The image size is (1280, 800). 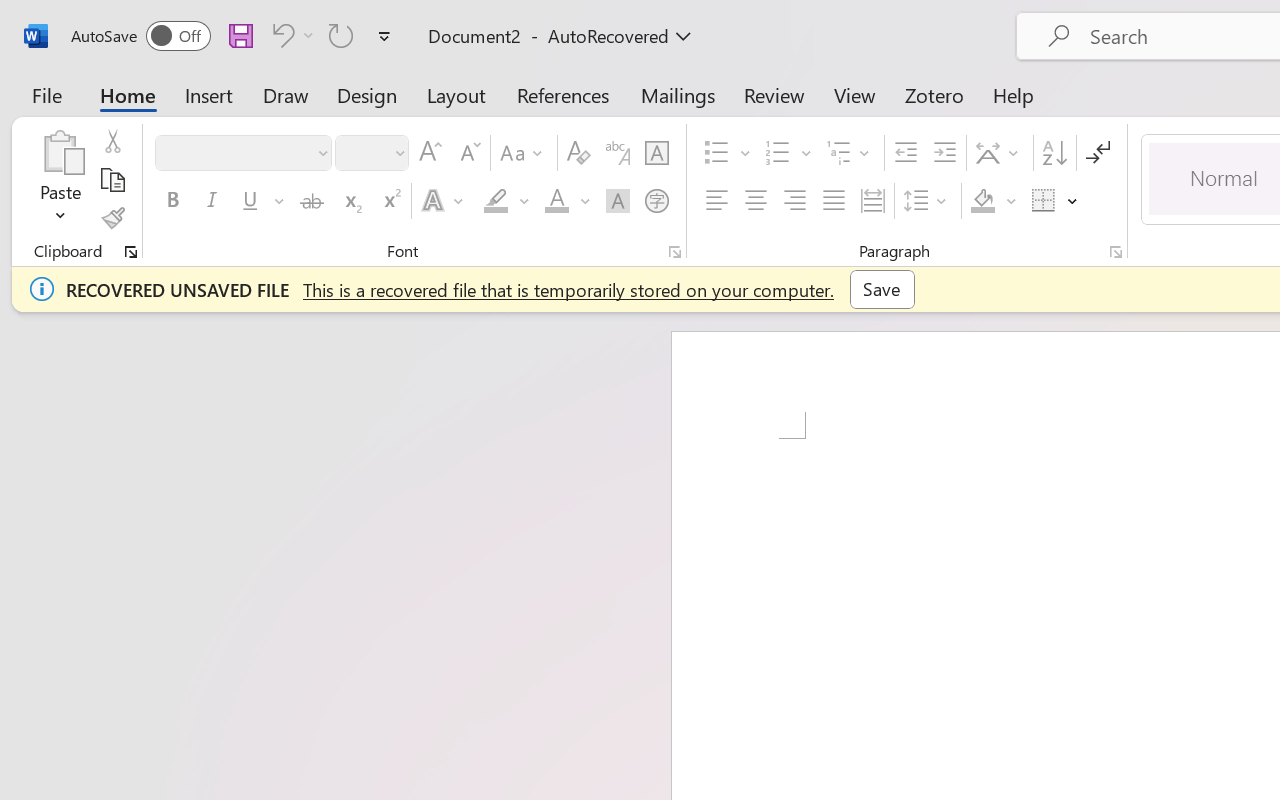 I want to click on 'Sort...', so click(x=1053, y=153).